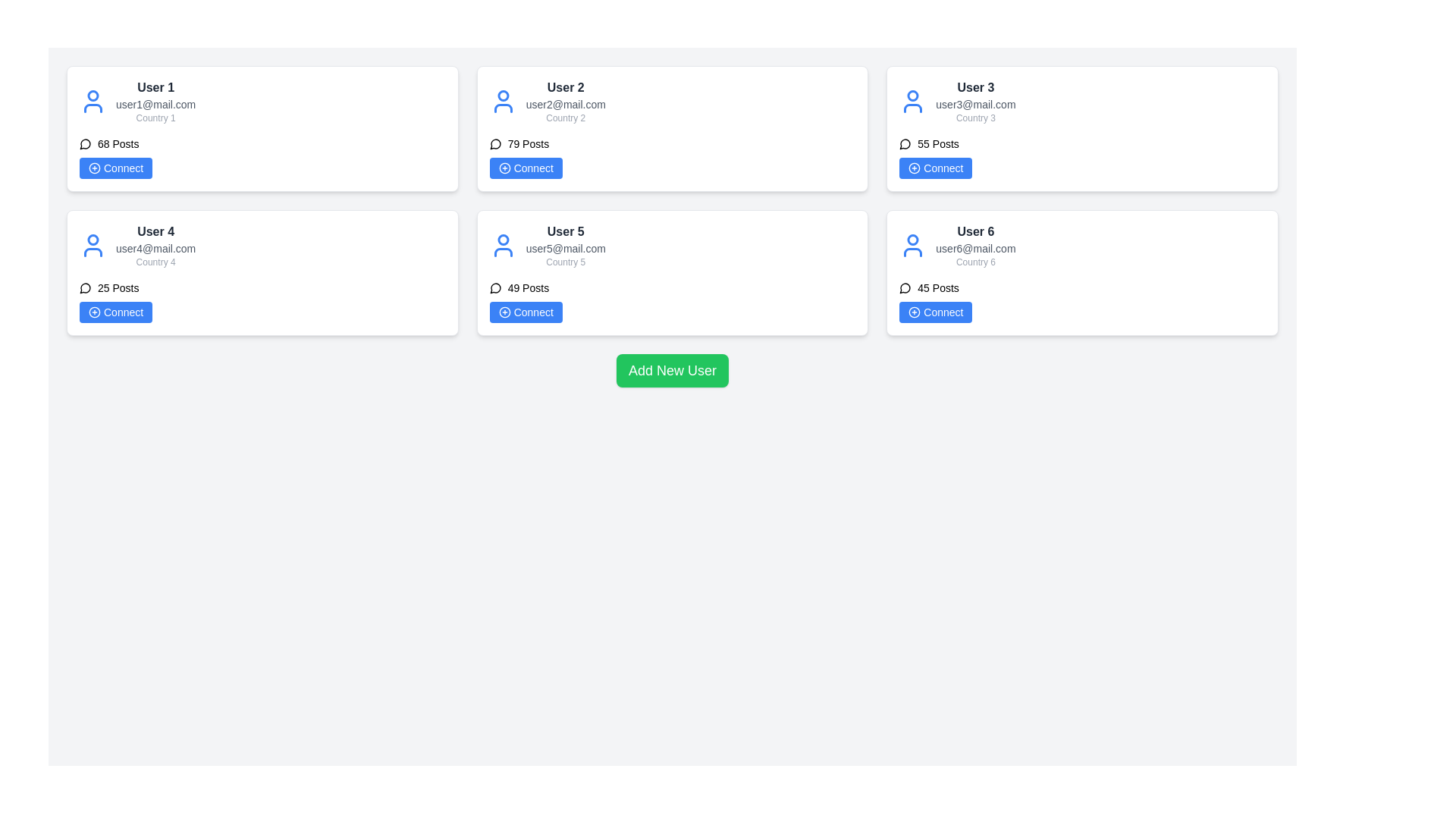  What do you see at coordinates (155, 117) in the screenshot?
I see `the text label element reading 'Country 1', which is located under the email 'user1@mail.com' in the user information card for 'User 1'` at bounding box center [155, 117].